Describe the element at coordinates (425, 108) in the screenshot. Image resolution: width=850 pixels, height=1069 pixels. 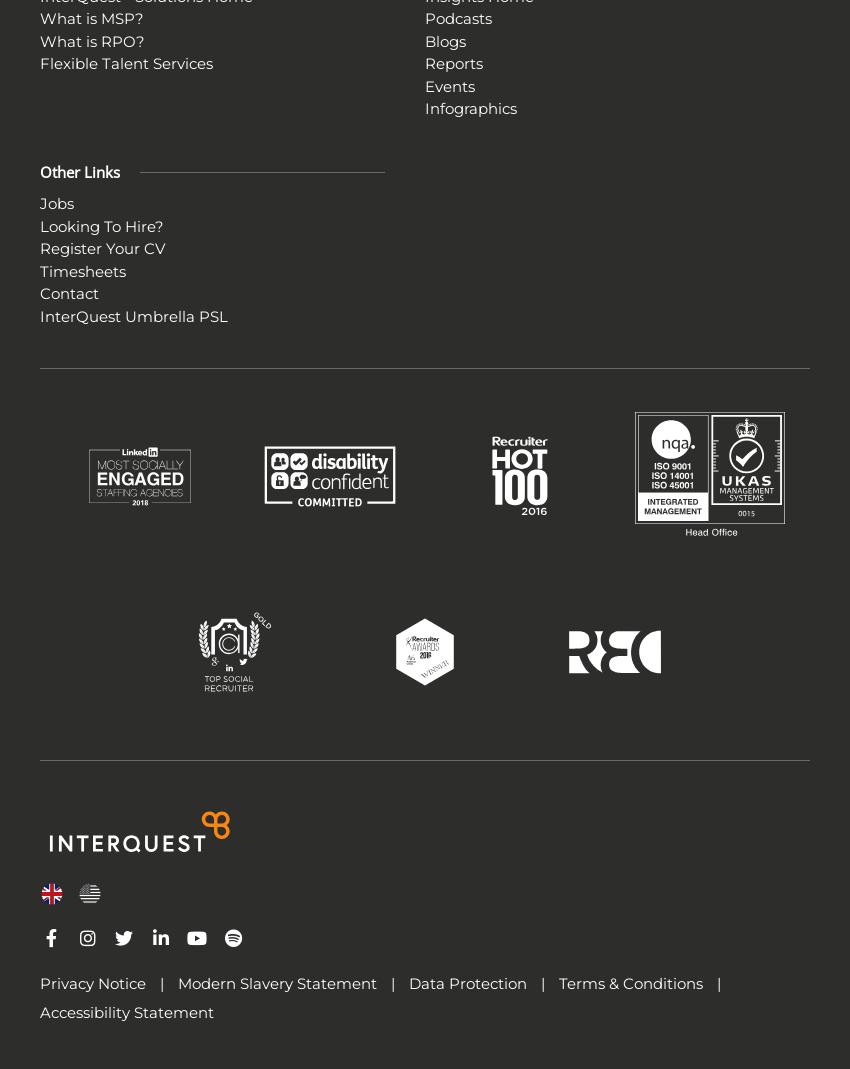
I see `'Infographics'` at that location.